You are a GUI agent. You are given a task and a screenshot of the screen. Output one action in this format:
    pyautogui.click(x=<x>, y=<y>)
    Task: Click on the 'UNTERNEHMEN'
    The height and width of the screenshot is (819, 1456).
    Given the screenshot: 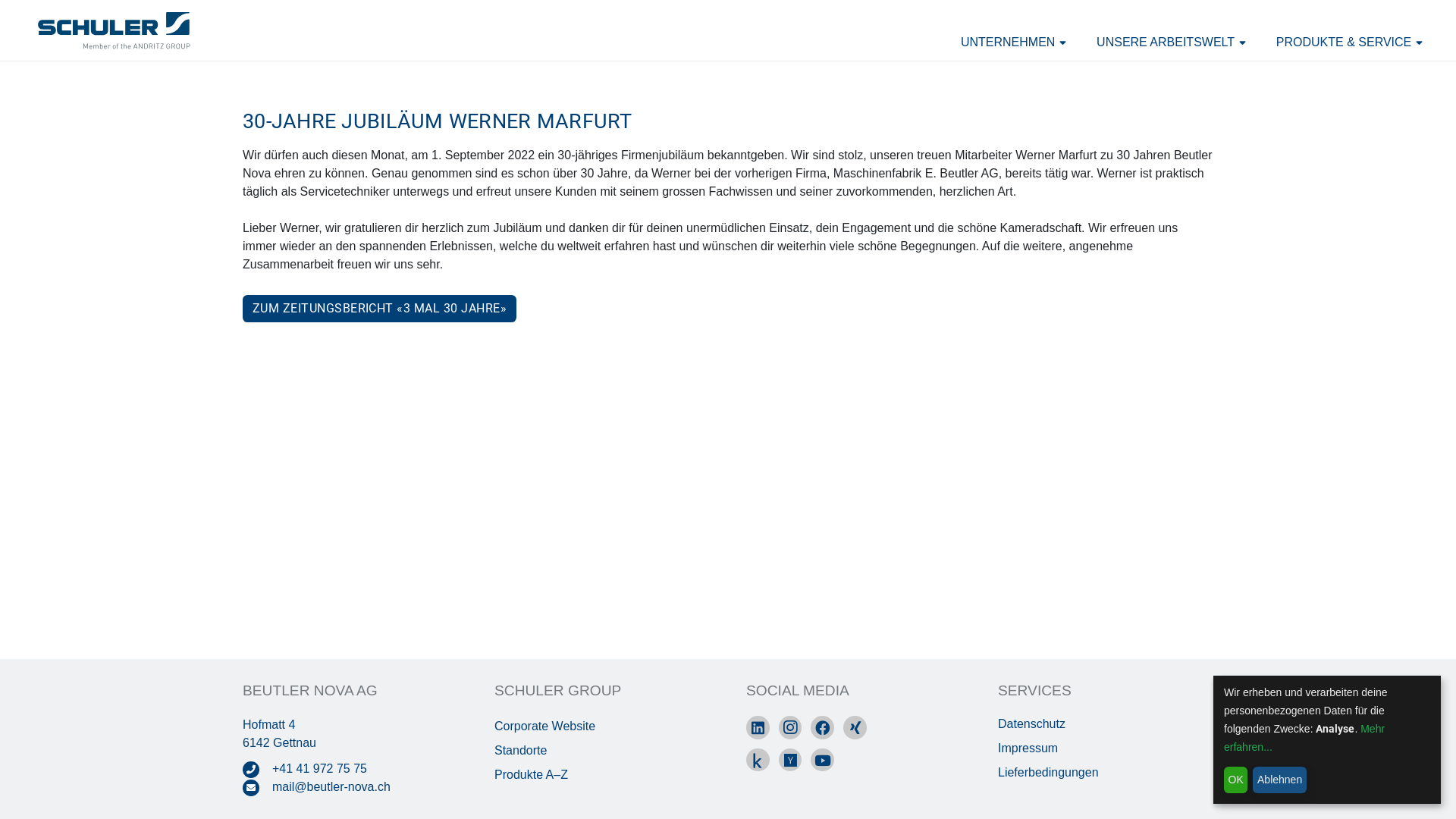 What is the action you would take?
    pyautogui.click(x=1013, y=42)
    